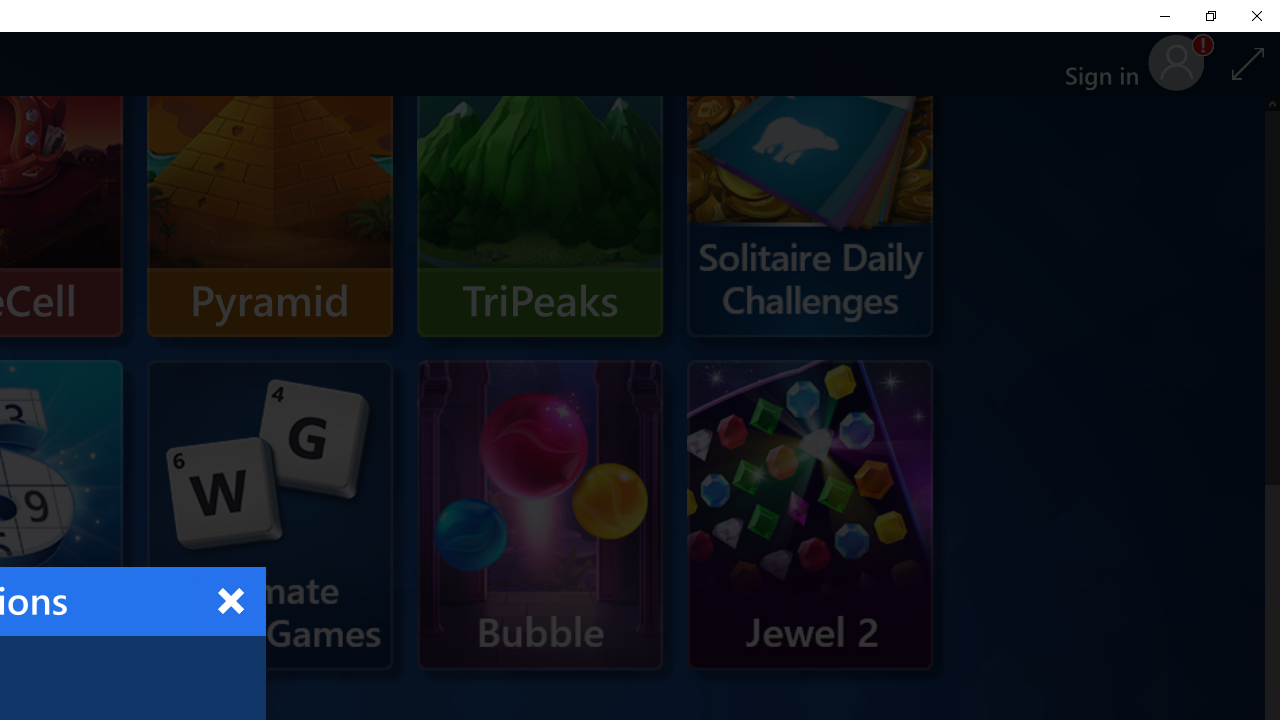 This screenshot has height=720, width=1280. What do you see at coordinates (810, 514) in the screenshot?
I see `'Microsoft Jewel 2'` at bounding box center [810, 514].